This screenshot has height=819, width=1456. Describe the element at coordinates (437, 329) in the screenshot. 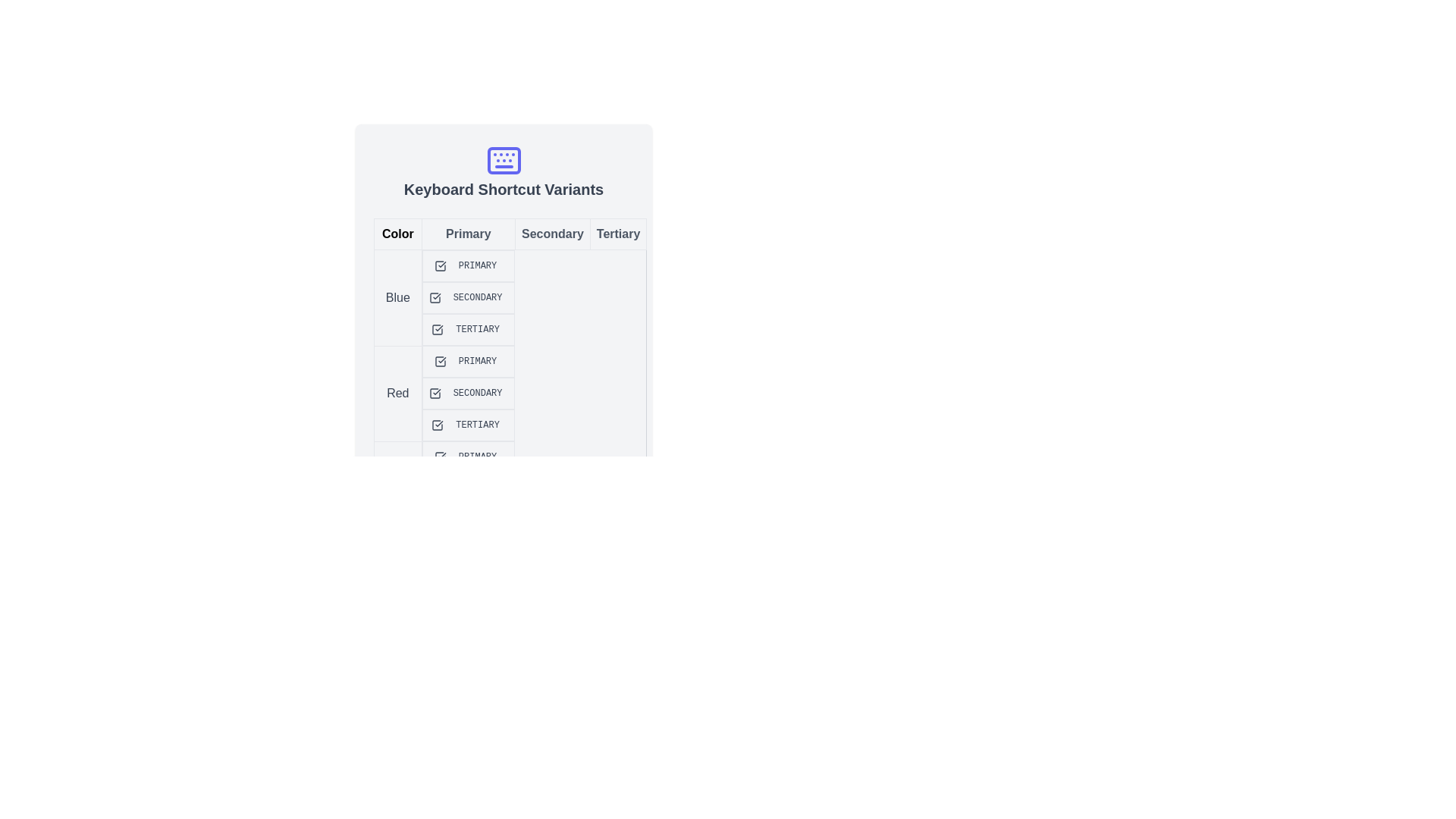

I see `the SVG checkbox indicating the 'Tertiary' selection for the 'Blue' category` at that location.